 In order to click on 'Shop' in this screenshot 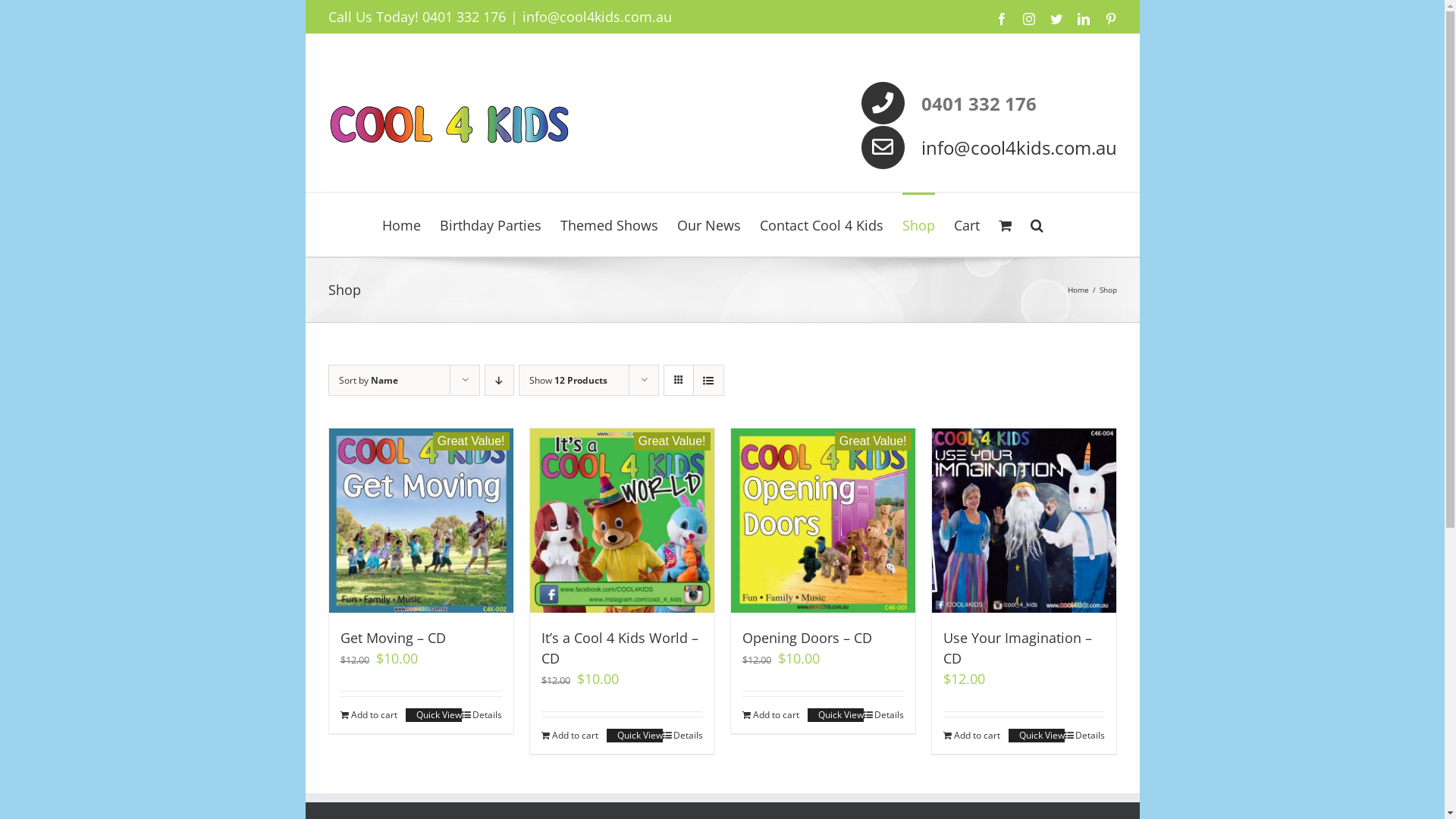, I will do `click(918, 224)`.